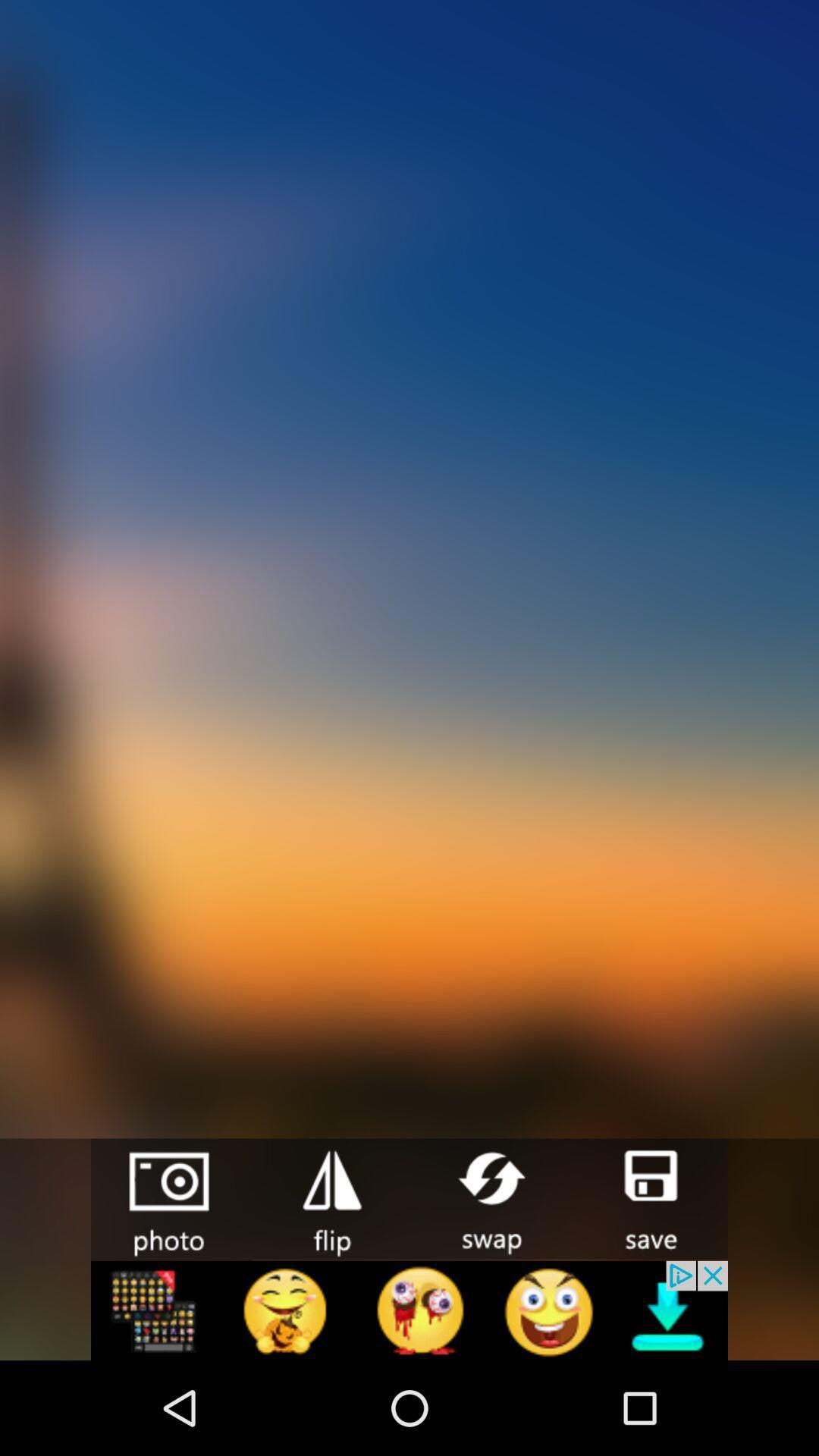 This screenshot has height=1456, width=819. What do you see at coordinates (648, 1197) in the screenshot?
I see `image/file` at bounding box center [648, 1197].